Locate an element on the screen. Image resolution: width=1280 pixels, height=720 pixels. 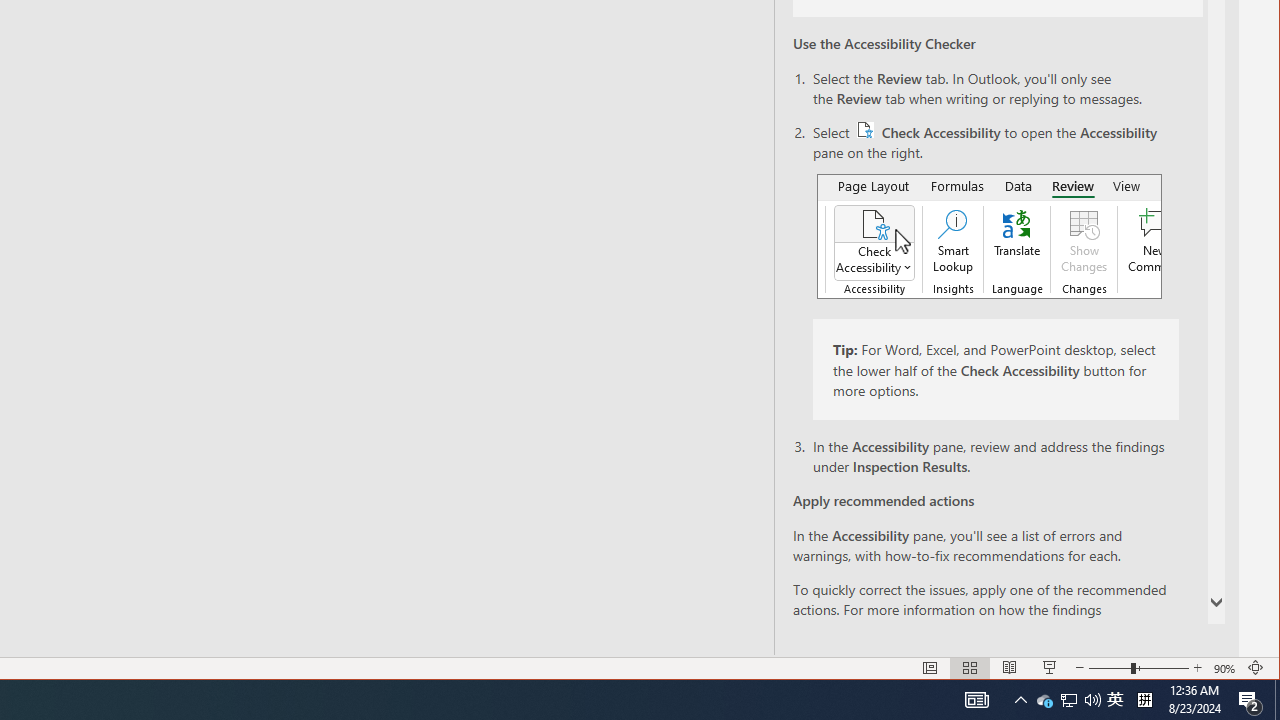
'Accessibility checker button on ribbon' is located at coordinates (989, 235).